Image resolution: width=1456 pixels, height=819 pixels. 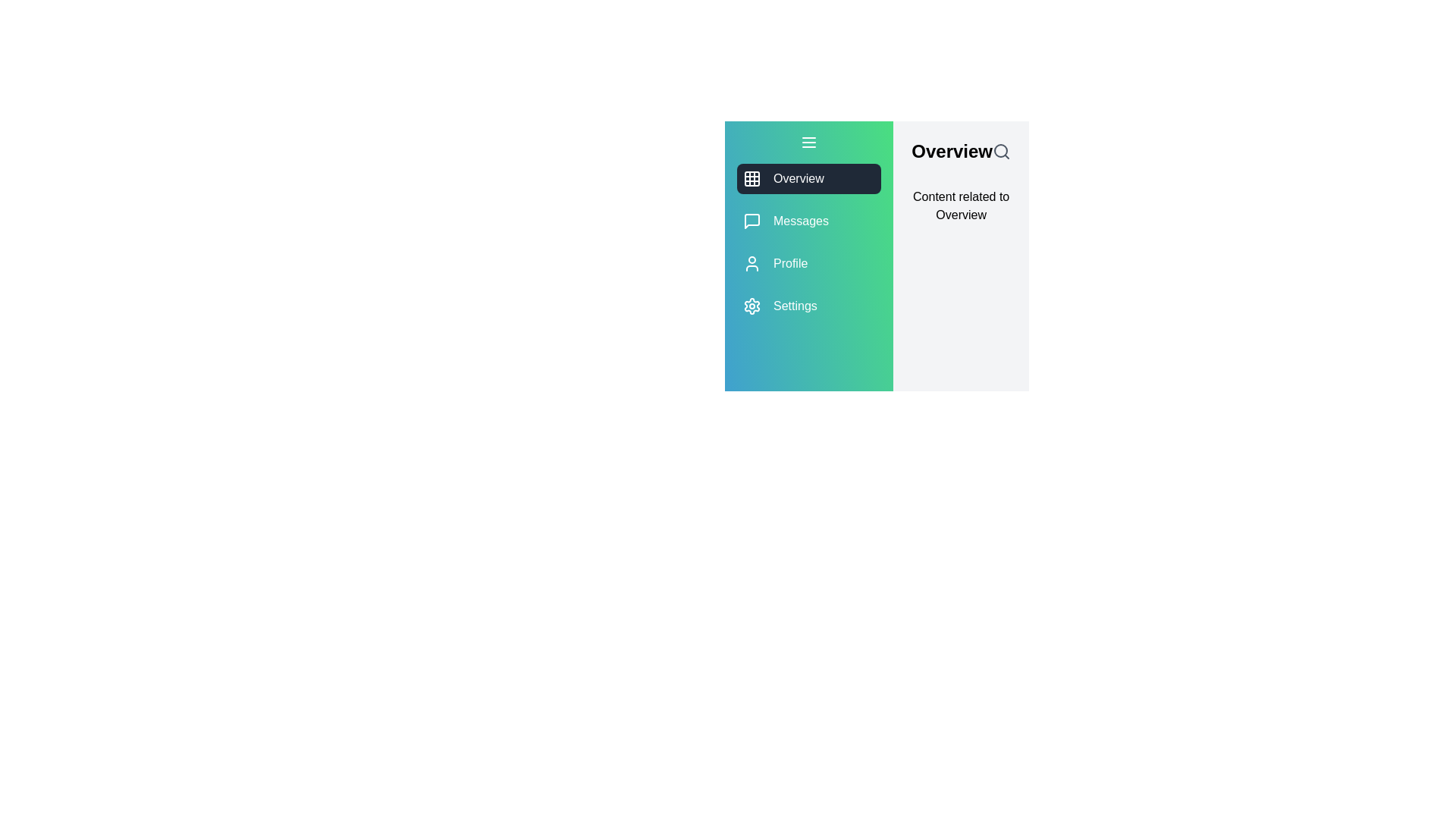 I want to click on the menu item Messages to view its hover effect, so click(x=808, y=221).